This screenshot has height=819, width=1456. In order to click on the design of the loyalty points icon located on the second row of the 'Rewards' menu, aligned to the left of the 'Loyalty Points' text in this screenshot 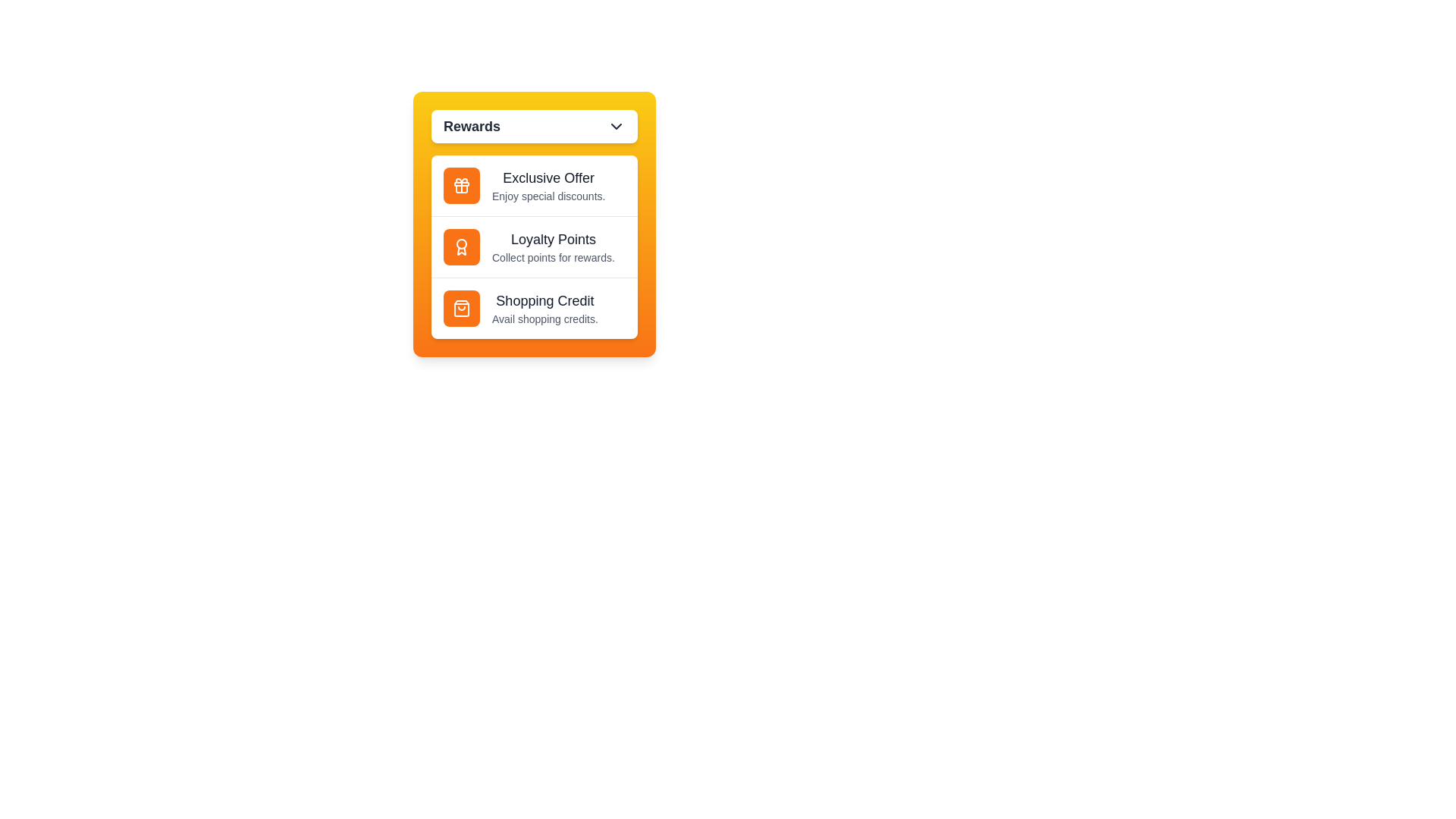, I will do `click(461, 246)`.